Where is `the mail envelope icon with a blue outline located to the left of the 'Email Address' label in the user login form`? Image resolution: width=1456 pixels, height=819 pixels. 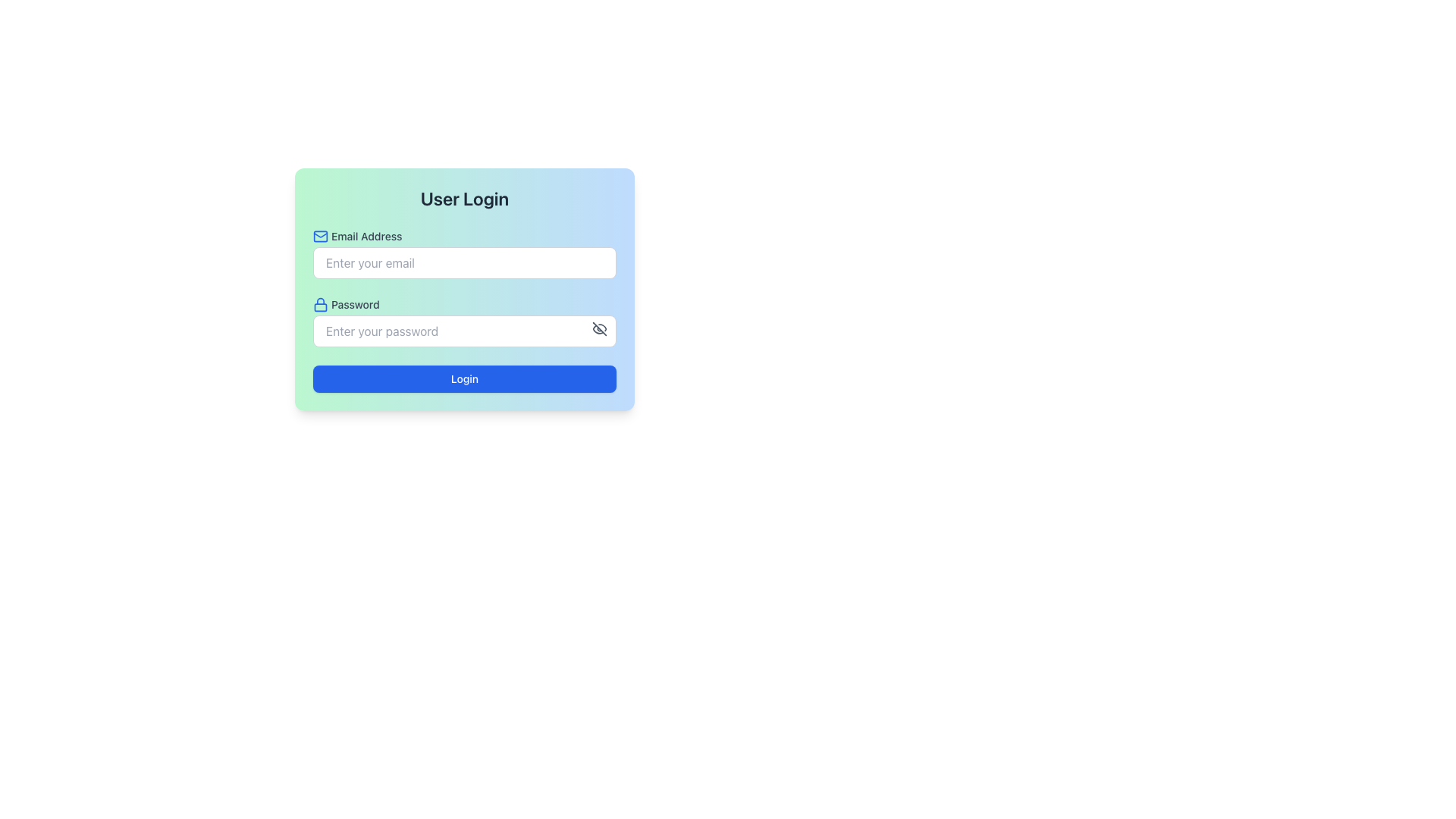
the mail envelope icon with a blue outline located to the left of the 'Email Address' label in the user login form is located at coordinates (319, 237).